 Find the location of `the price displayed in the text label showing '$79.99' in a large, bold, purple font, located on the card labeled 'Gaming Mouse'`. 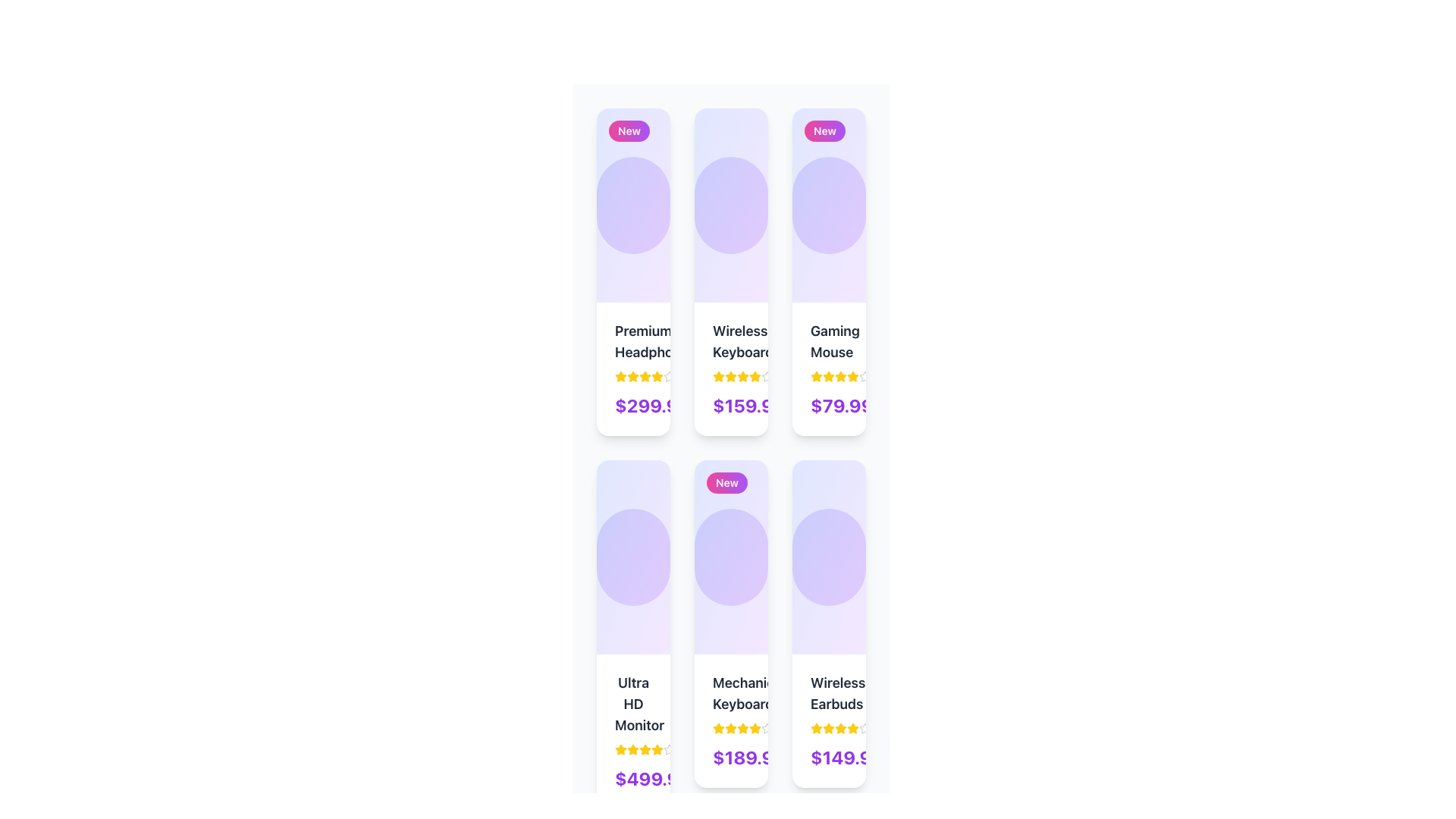

the price displayed in the text label showing '$79.99' in a large, bold, purple font, located on the card labeled 'Gaming Mouse' is located at coordinates (841, 405).